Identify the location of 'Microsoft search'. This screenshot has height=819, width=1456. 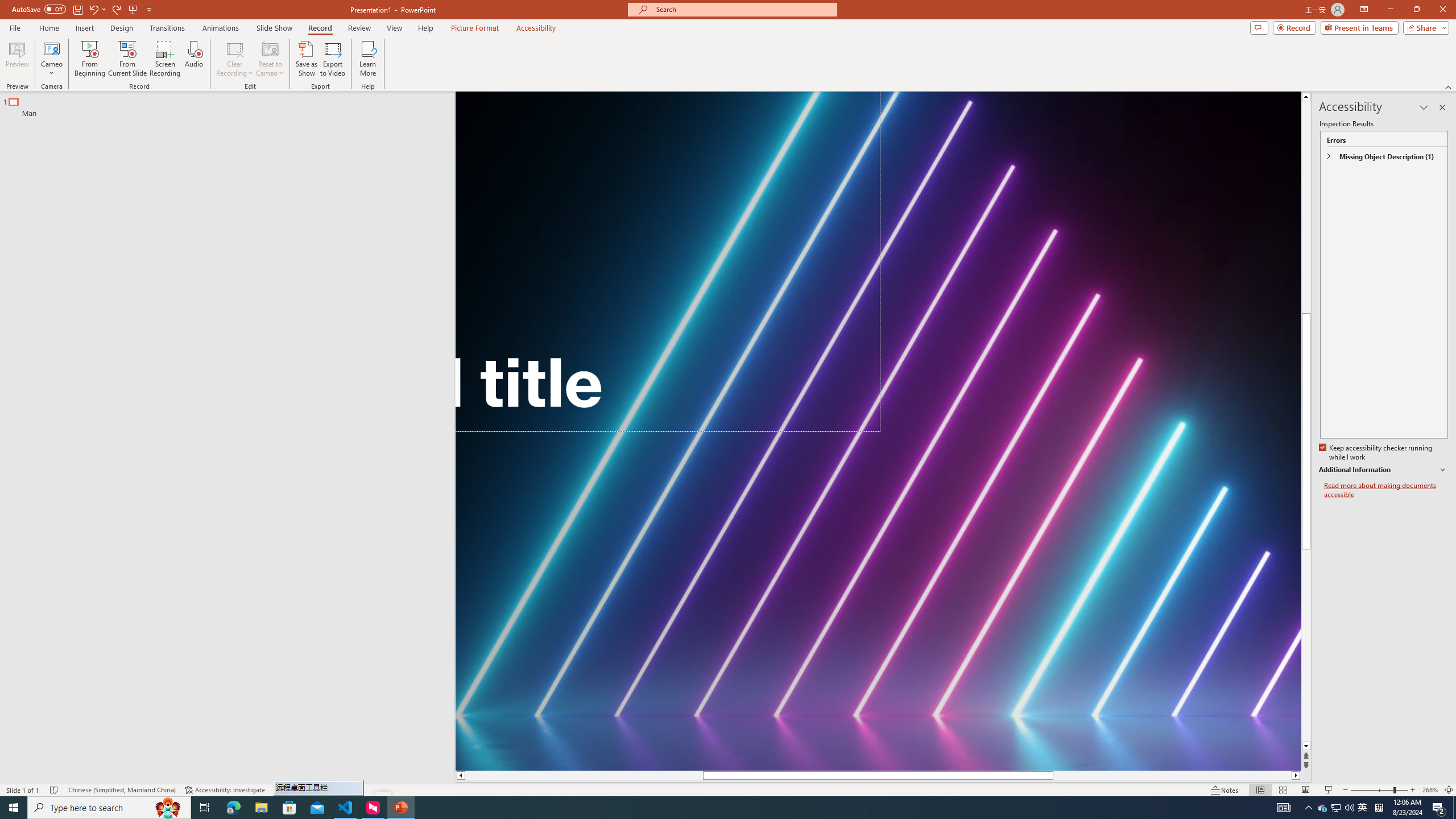
(742, 9).